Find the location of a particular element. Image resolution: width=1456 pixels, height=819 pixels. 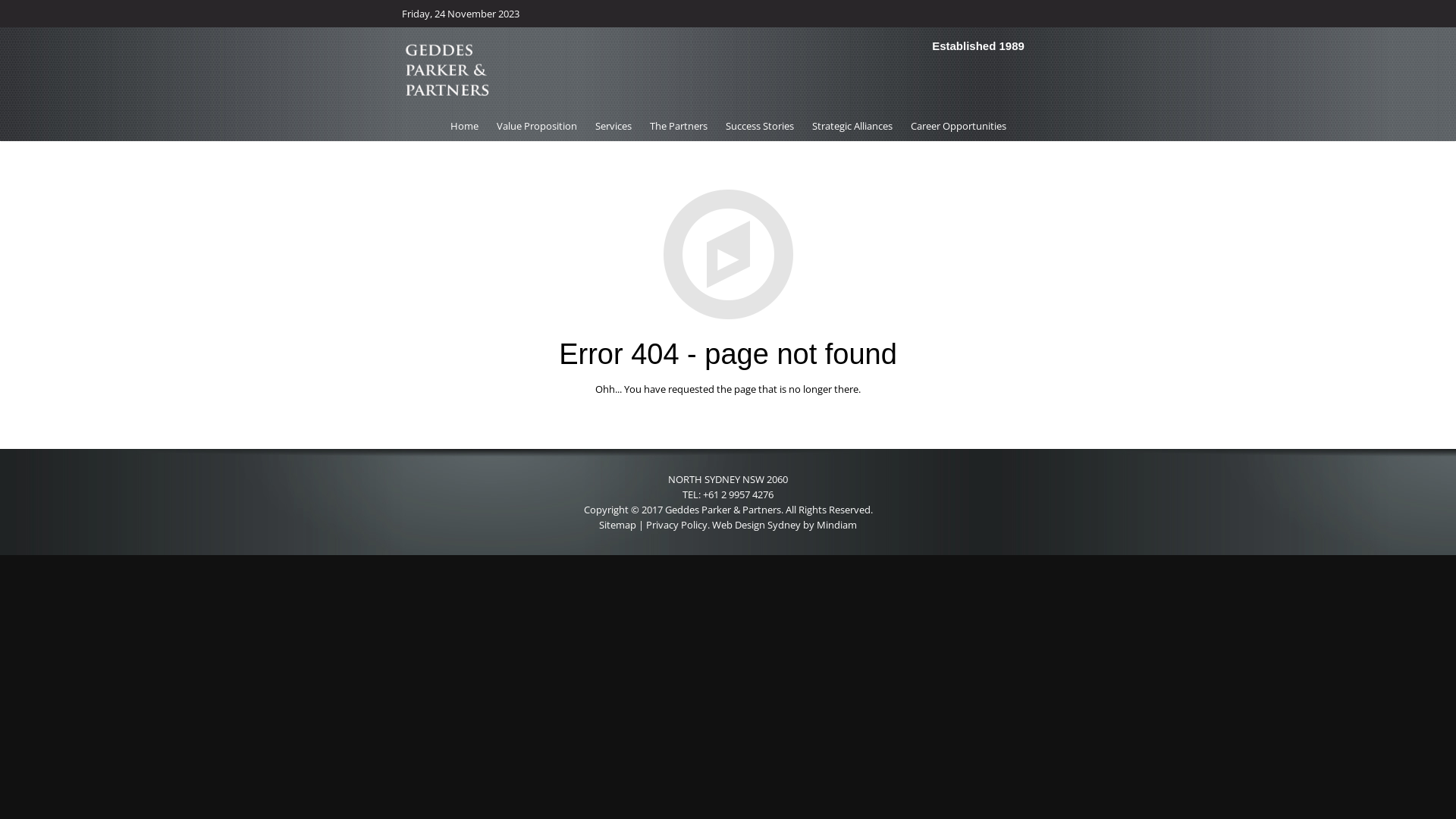

'Sitemap' is located at coordinates (617, 523).